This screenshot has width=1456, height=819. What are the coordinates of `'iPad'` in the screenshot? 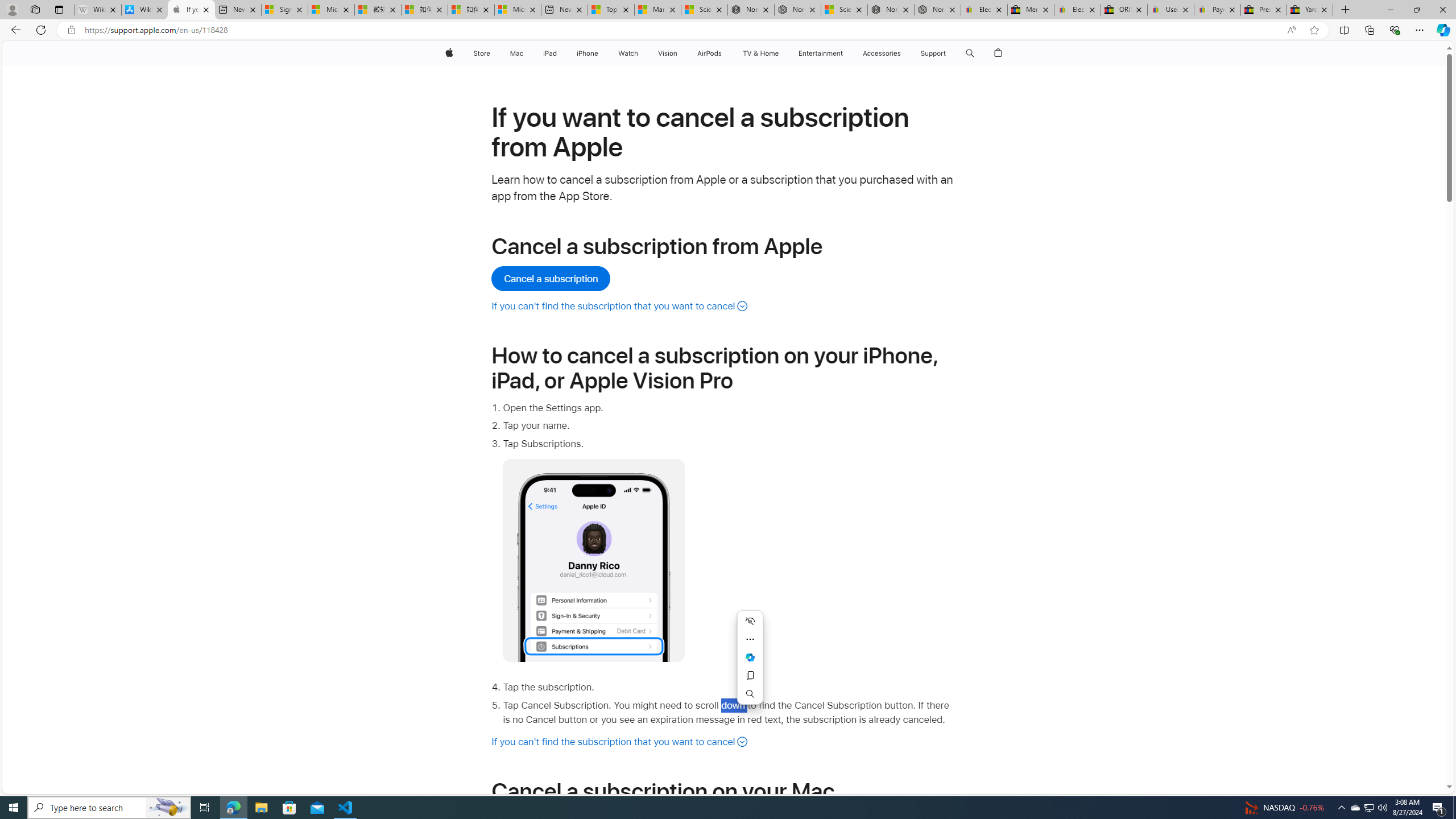 It's located at (549, 53).